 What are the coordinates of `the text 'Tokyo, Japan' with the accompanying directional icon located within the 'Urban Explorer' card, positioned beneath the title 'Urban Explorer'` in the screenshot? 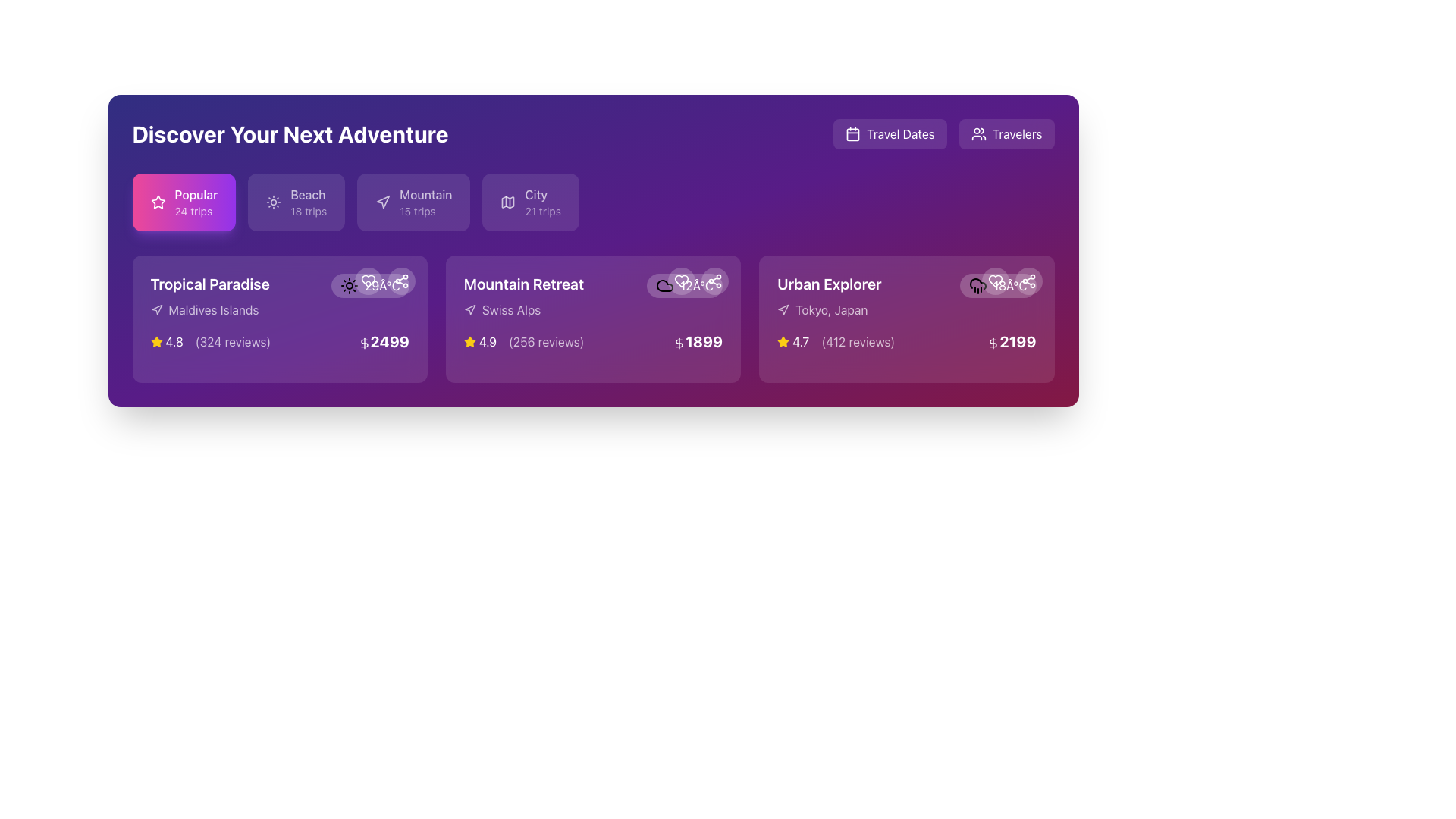 It's located at (828, 309).